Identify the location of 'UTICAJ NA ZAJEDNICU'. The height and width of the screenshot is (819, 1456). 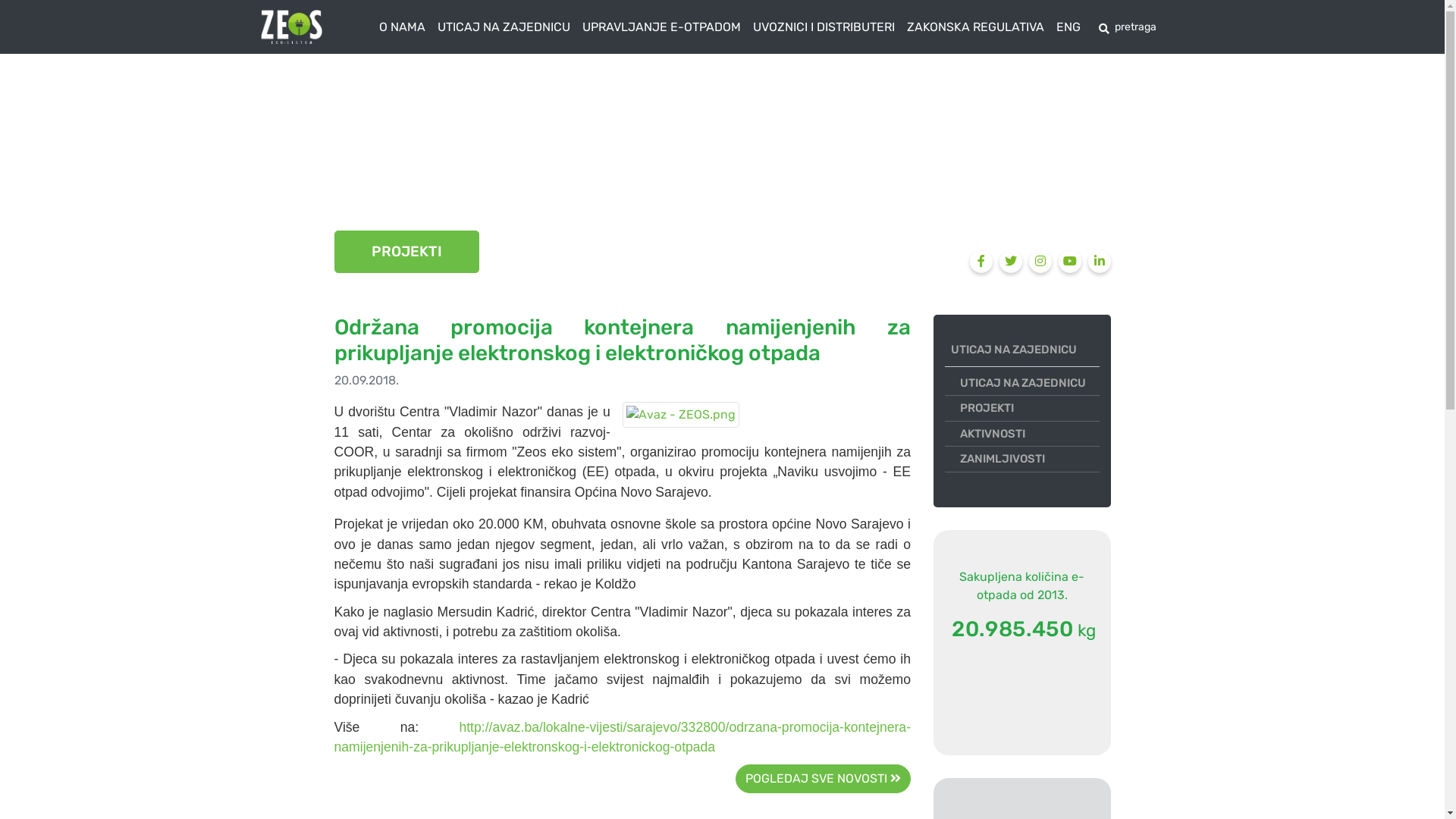
(503, 27).